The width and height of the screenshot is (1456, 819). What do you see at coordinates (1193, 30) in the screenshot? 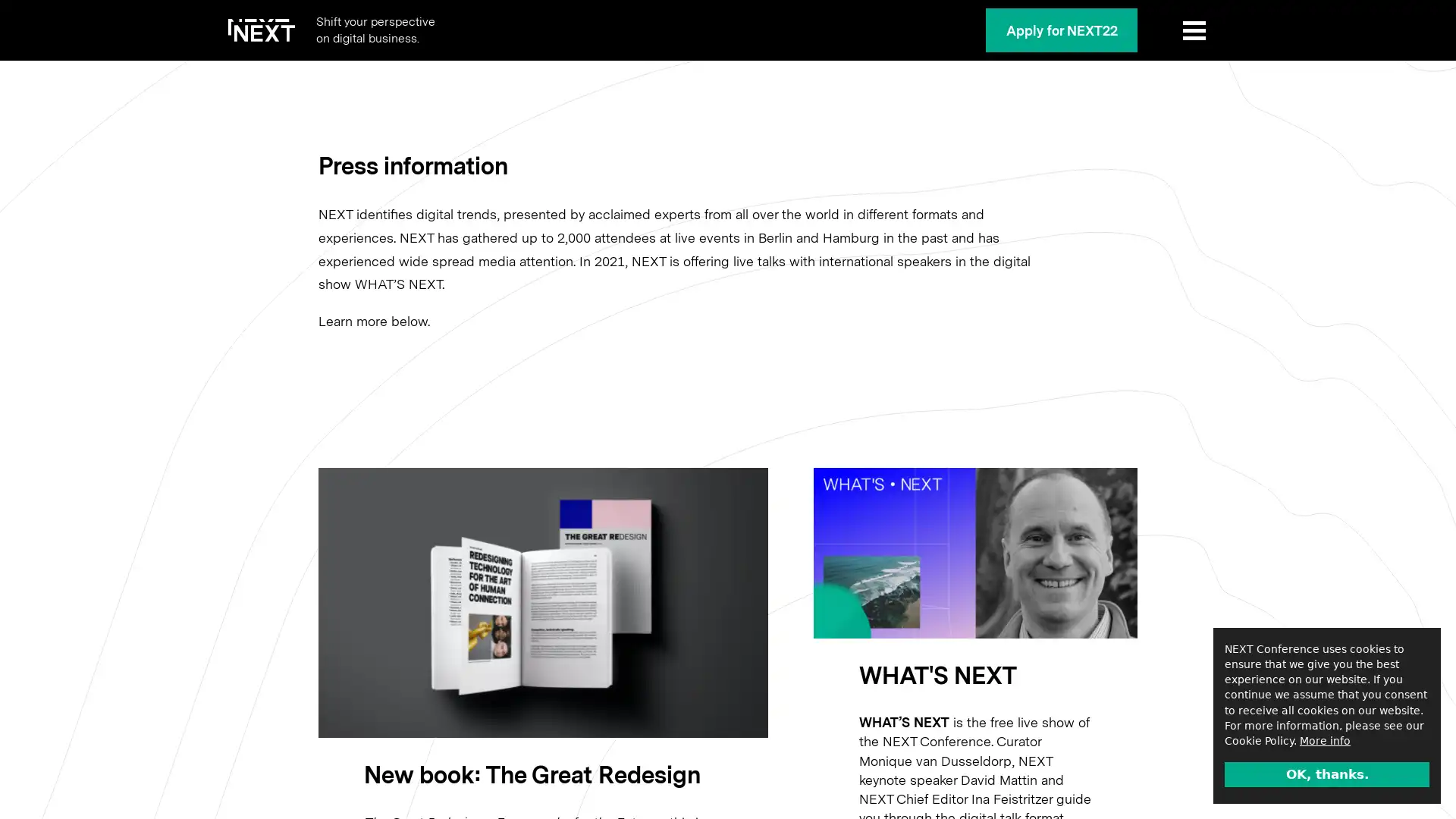
I see `Show Menu` at bounding box center [1193, 30].